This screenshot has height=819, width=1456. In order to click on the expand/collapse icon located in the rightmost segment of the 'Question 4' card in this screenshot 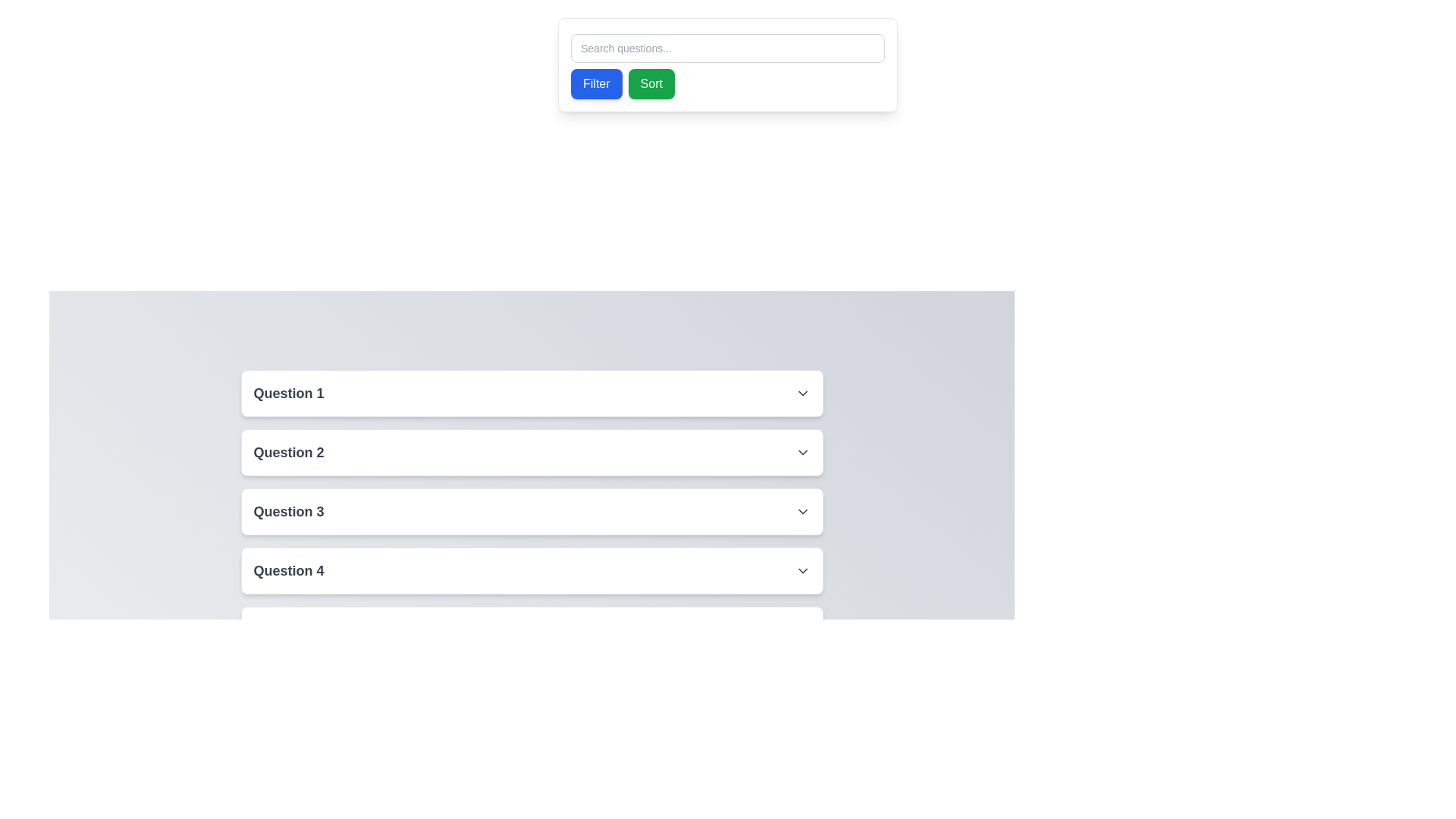, I will do `click(802, 570)`.